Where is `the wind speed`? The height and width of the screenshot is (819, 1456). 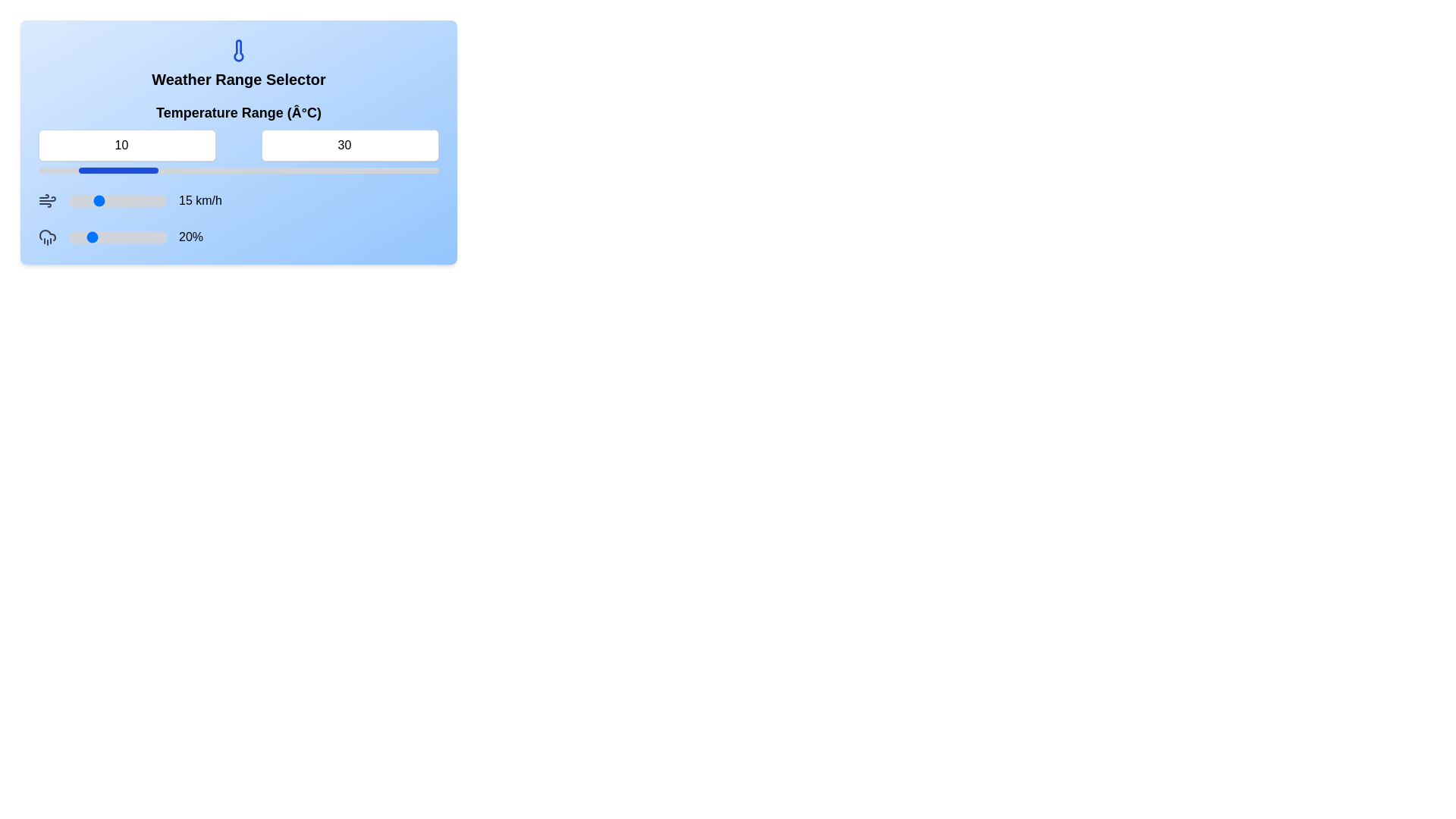
the wind speed is located at coordinates (143, 200).